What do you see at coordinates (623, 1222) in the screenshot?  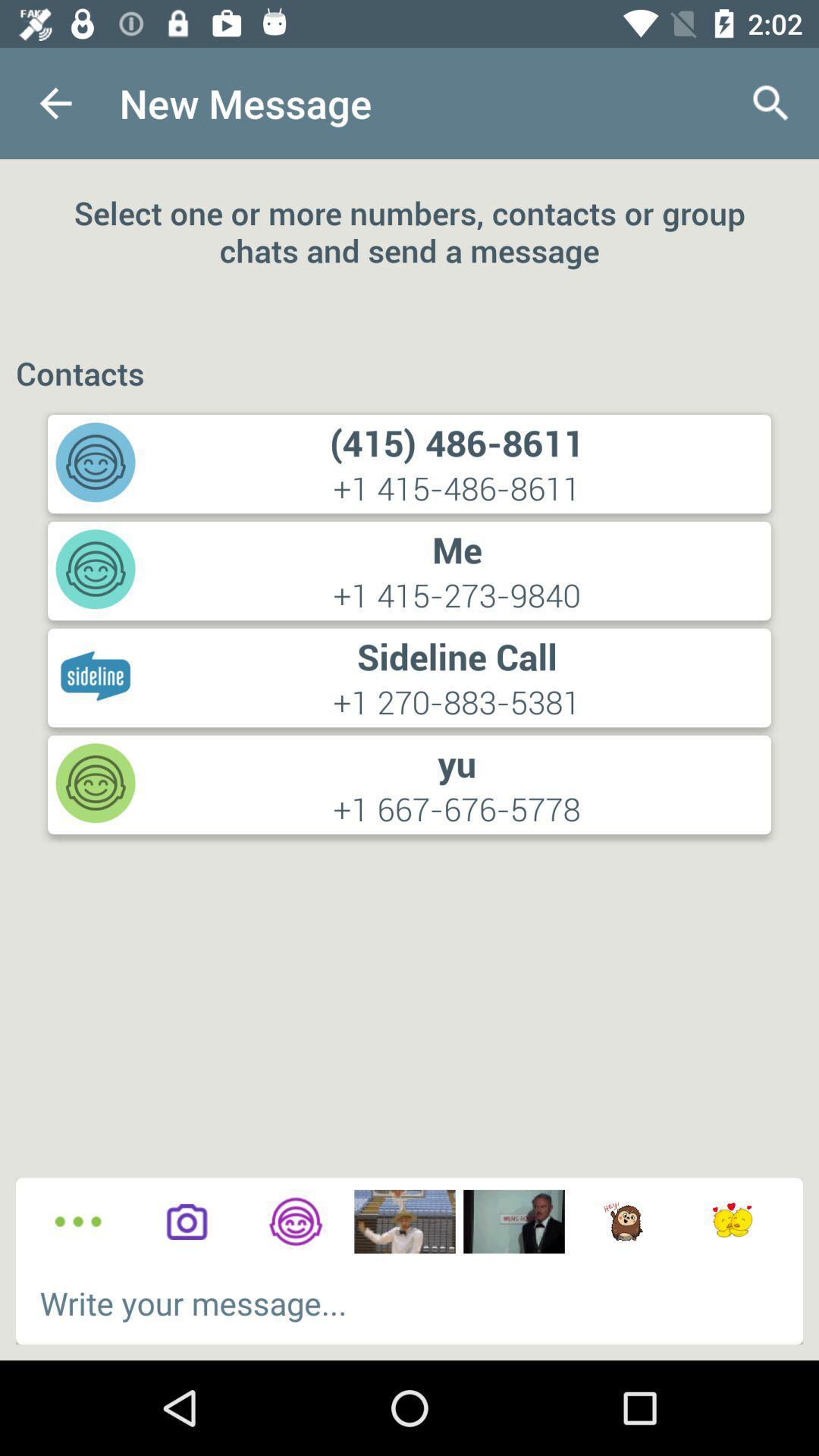 I see `monkey emoticon` at bounding box center [623, 1222].